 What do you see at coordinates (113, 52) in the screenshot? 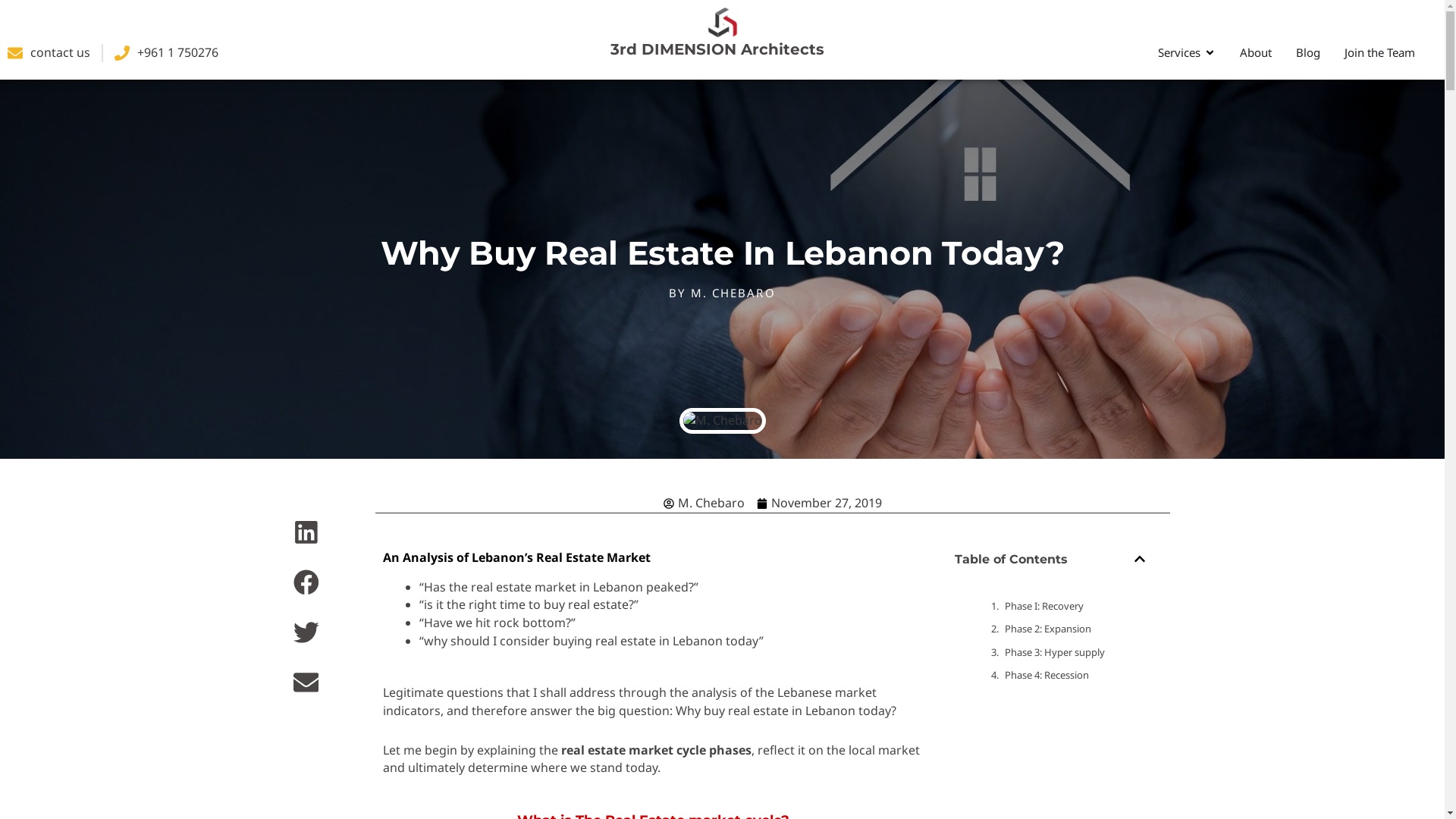
I see `'+961 1 750276'` at bounding box center [113, 52].